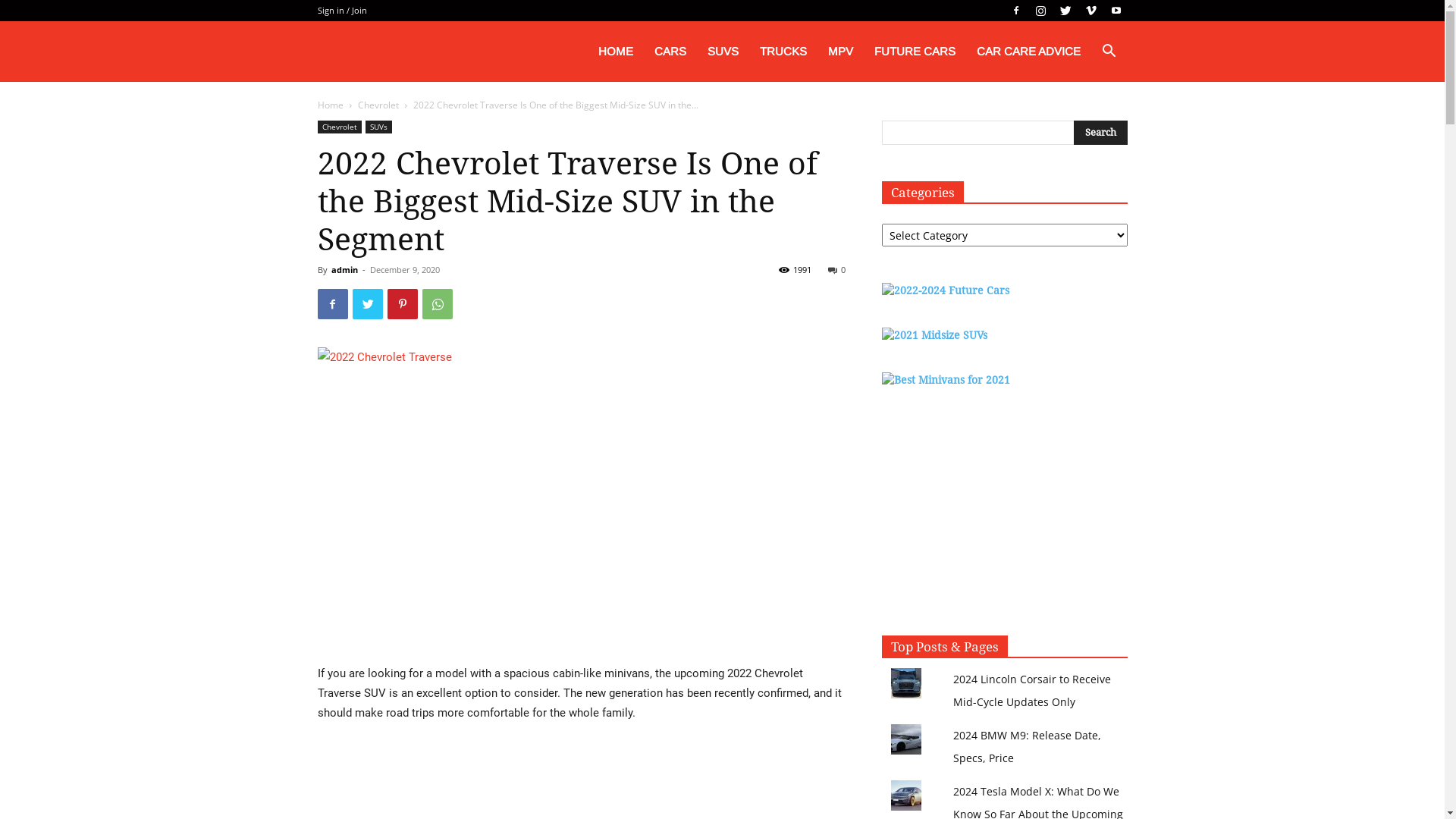  What do you see at coordinates (1031, 690) in the screenshot?
I see `'2024 Lincoln Corsair to Receive Mid-Cycle Updates Only'` at bounding box center [1031, 690].